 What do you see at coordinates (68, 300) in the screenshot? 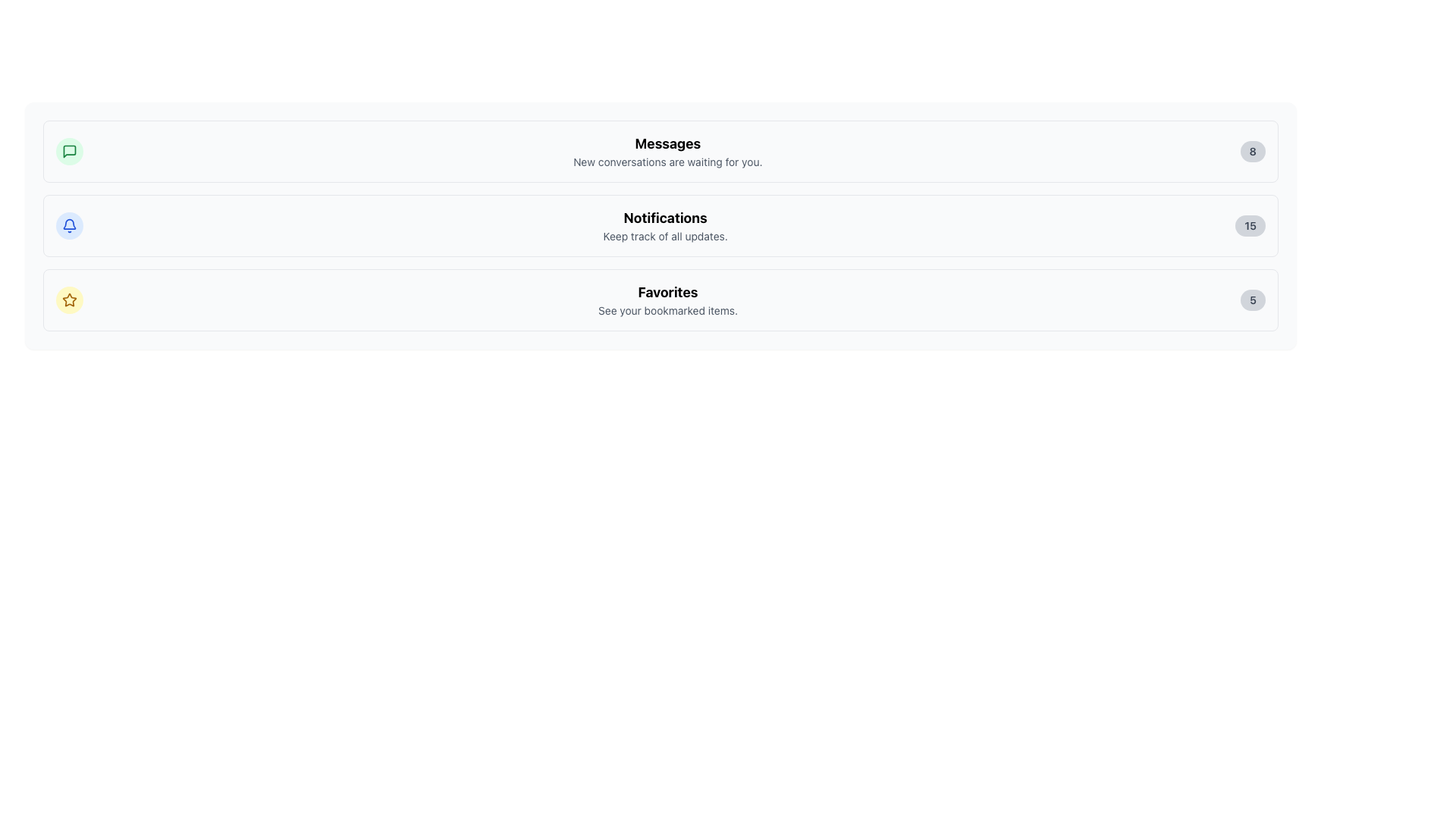
I see `the third icon in the vertical sequence located in the 'Favorites' section, which symbolizes favorited or bookmarked items` at bounding box center [68, 300].